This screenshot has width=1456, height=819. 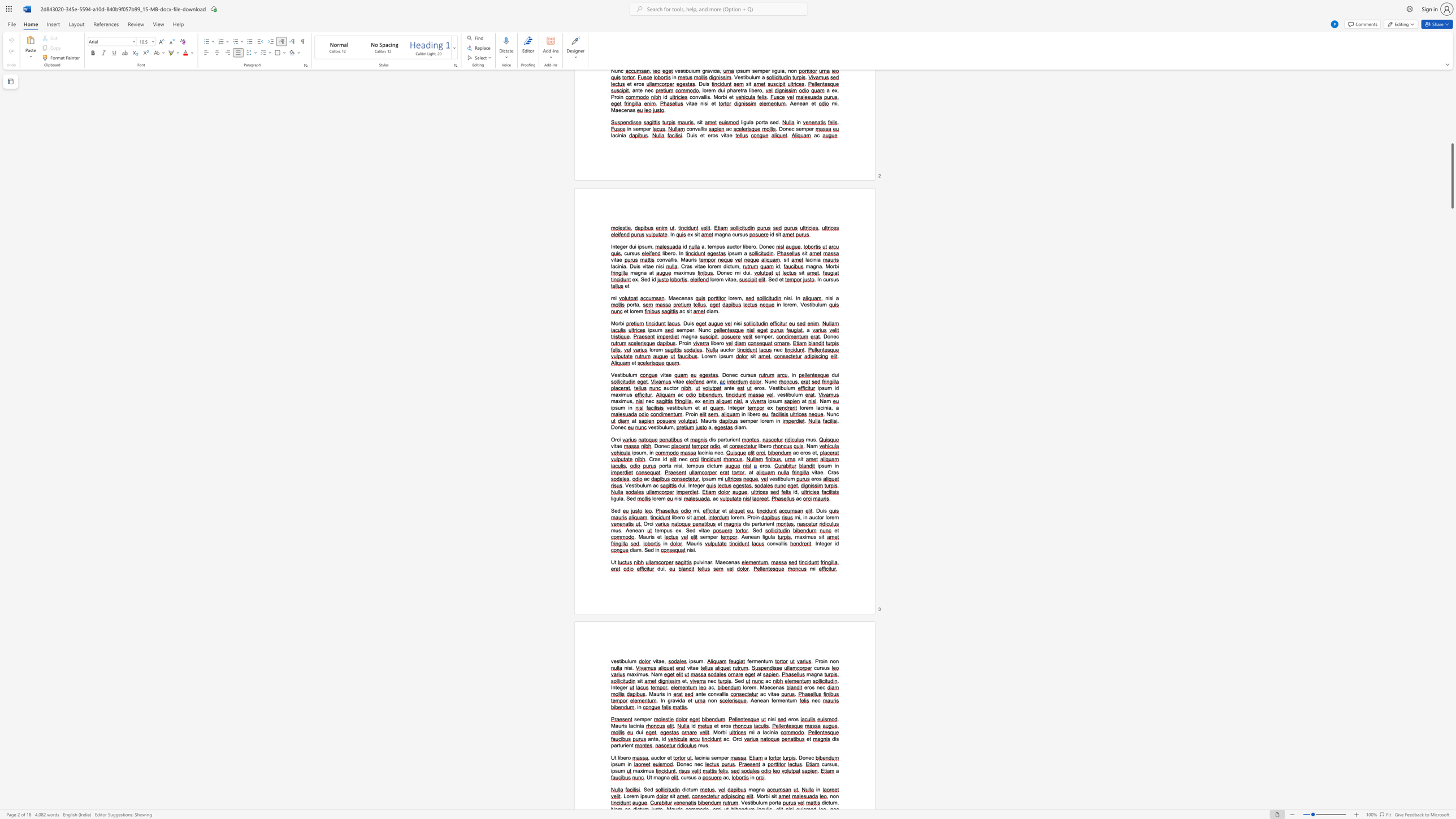 What do you see at coordinates (757, 517) in the screenshot?
I see `the space between the continuous character "i" and "n" in the text` at bounding box center [757, 517].